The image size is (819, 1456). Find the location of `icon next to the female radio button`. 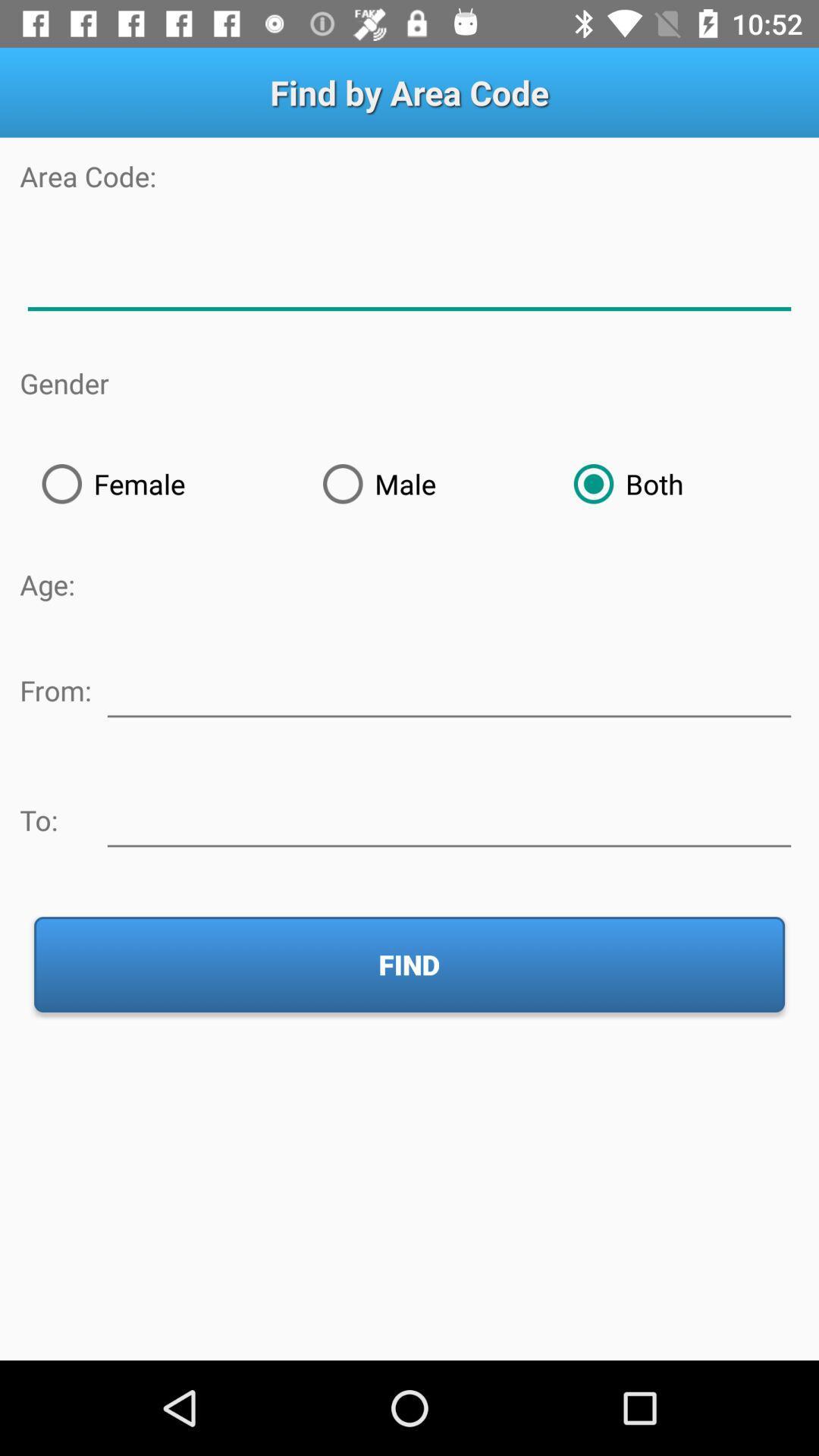

icon next to the female radio button is located at coordinates (426, 483).